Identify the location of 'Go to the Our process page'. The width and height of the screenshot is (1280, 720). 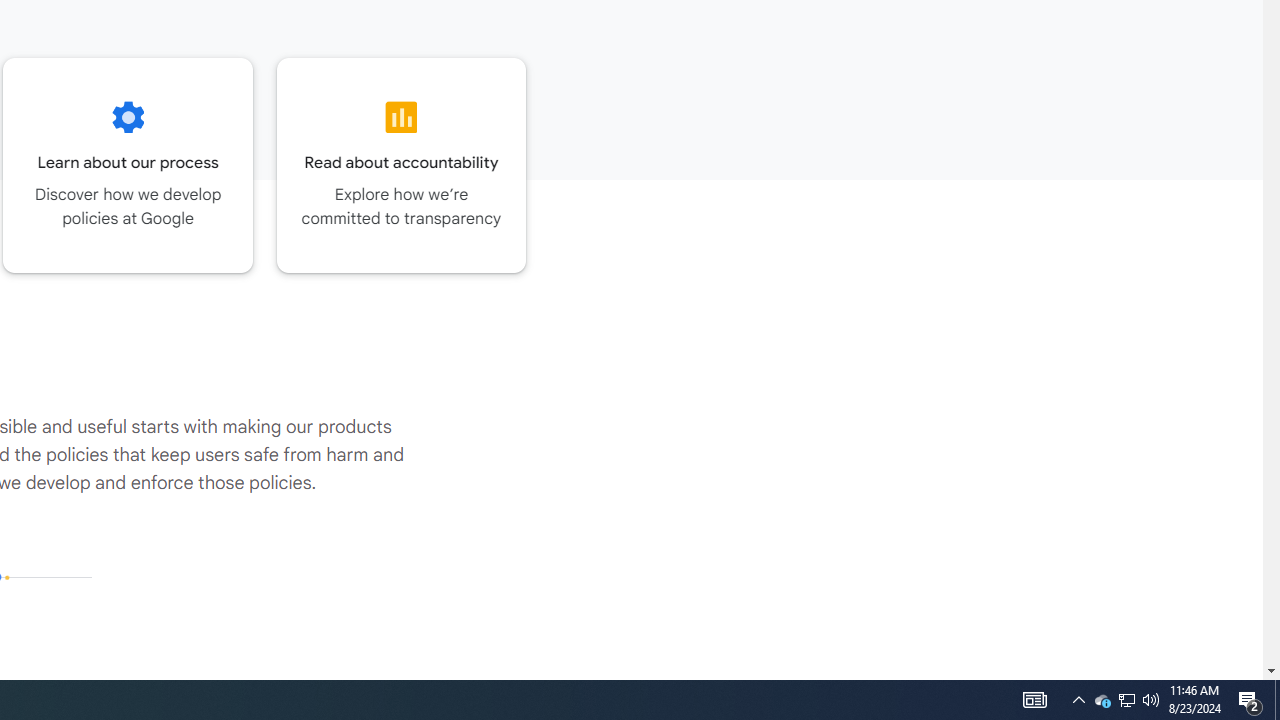
(127, 164).